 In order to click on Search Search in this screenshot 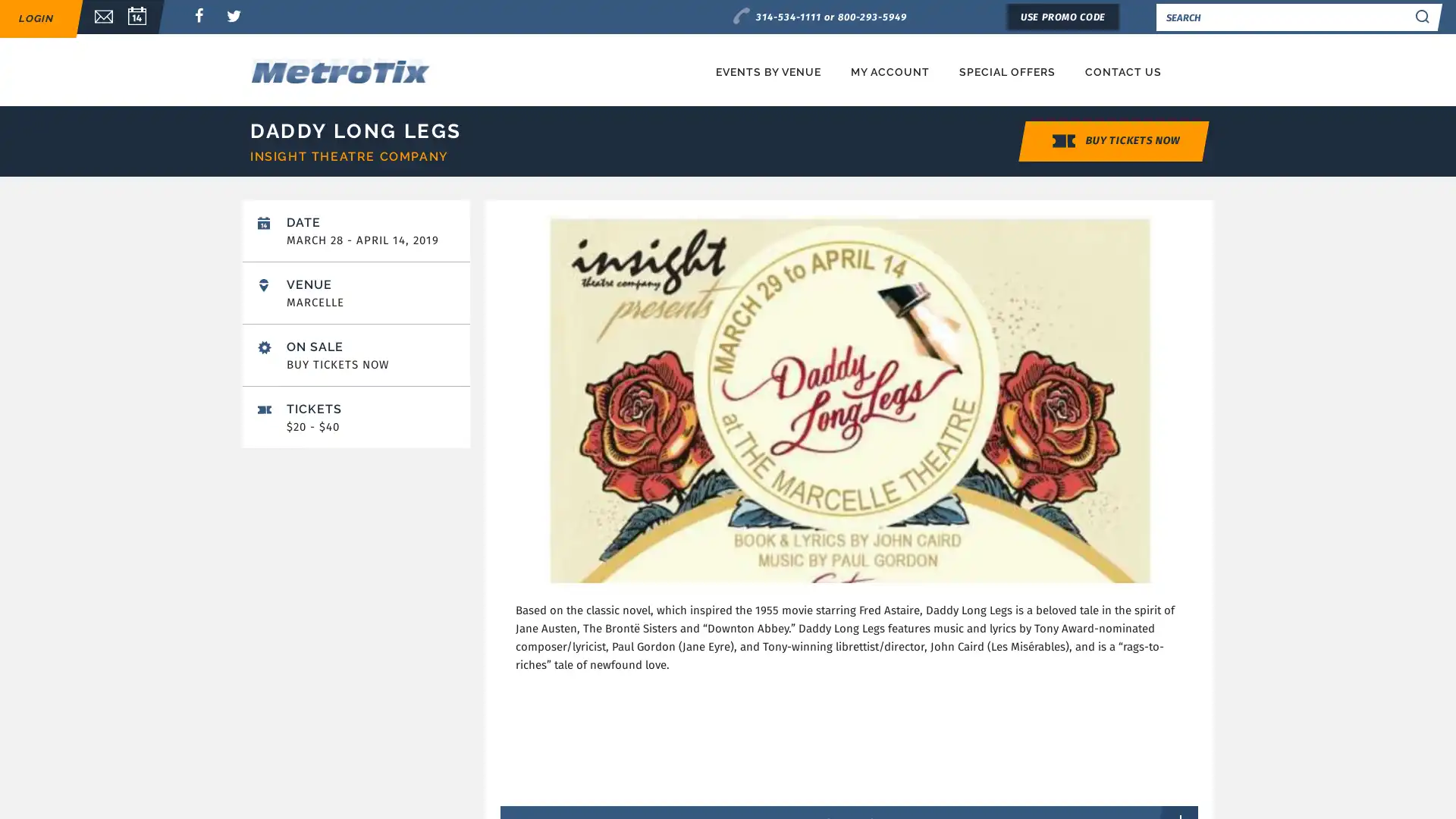, I will do `click(1421, 17)`.